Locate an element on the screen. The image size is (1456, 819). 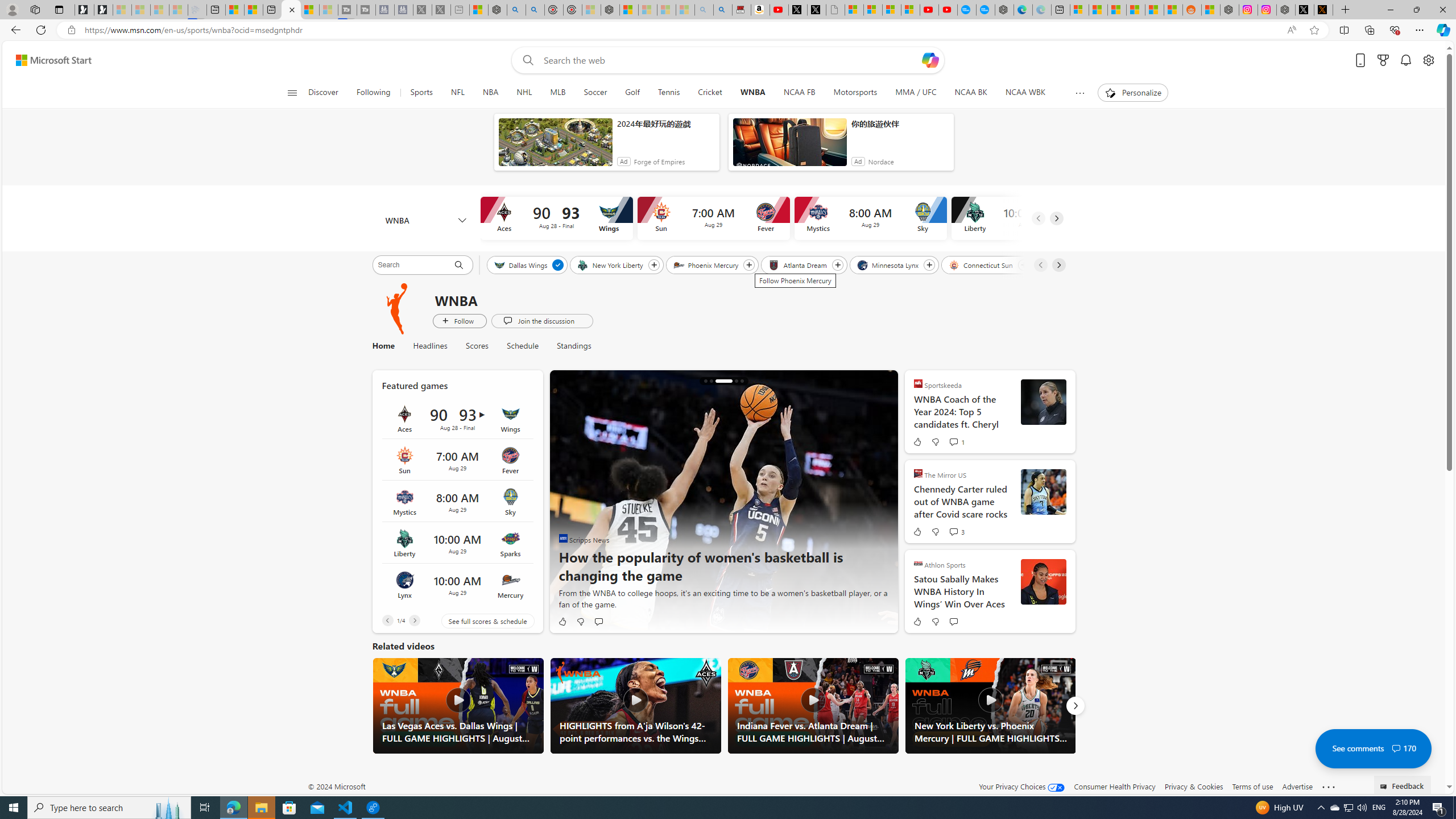
'Web search' is located at coordinates (526, 60).